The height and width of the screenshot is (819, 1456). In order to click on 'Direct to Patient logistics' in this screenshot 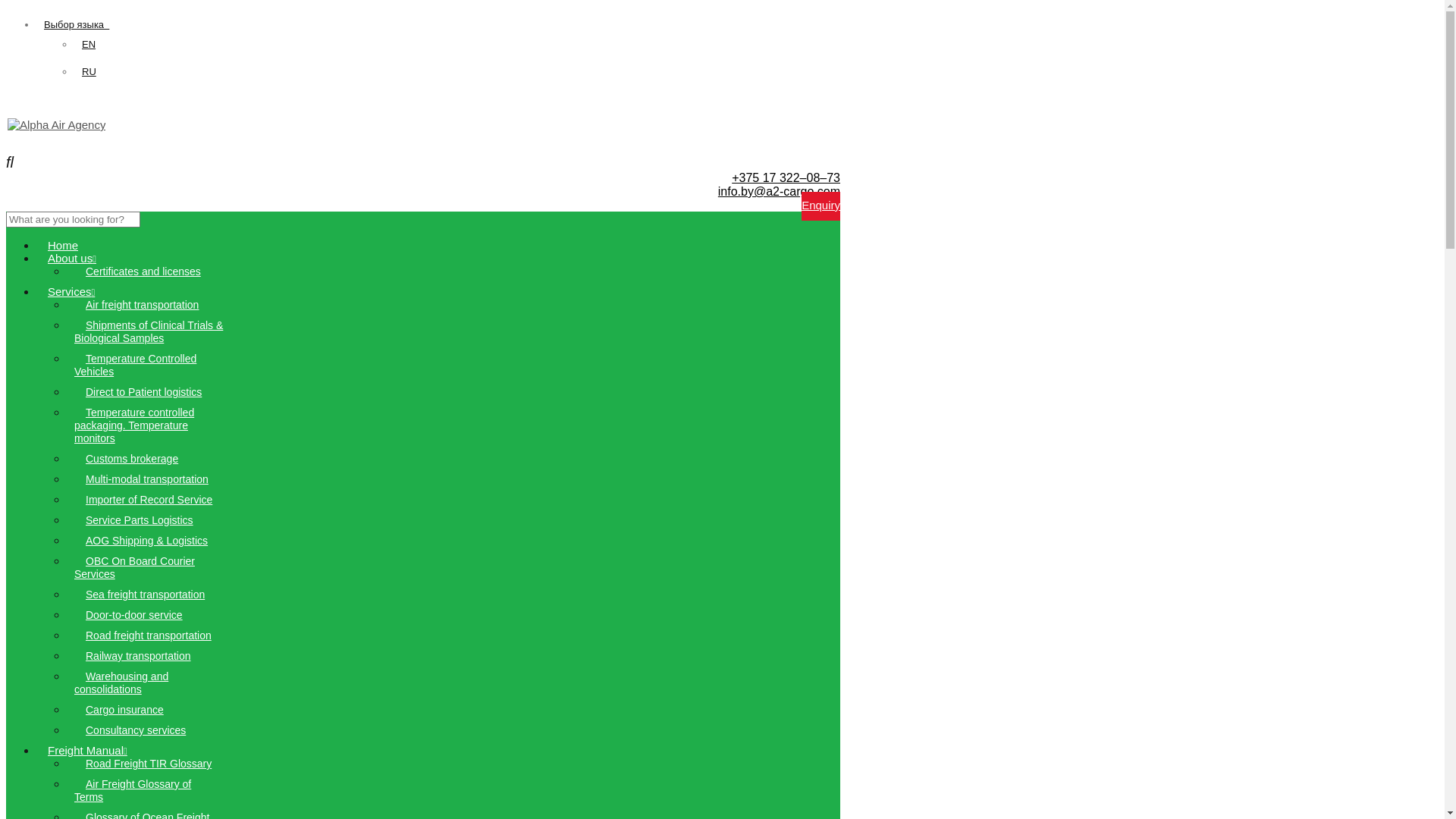, I will do `click(143, 391)`.